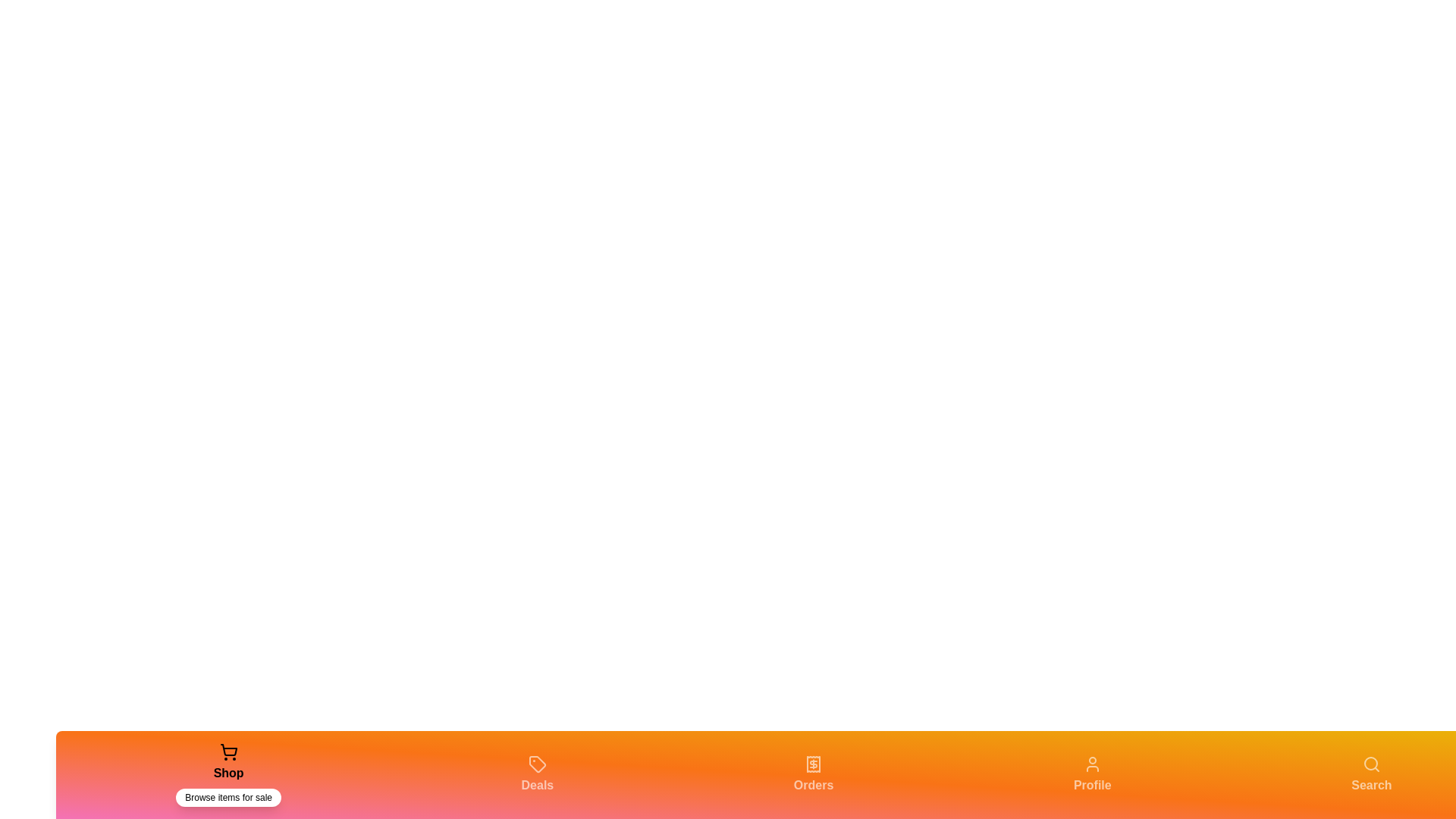 The width and height of the screenshot is (1456, 819). Describe the element at coordinates (813, 775) in the screenshot. I see `the Orders tab in the bottom navigation bar` at that location.